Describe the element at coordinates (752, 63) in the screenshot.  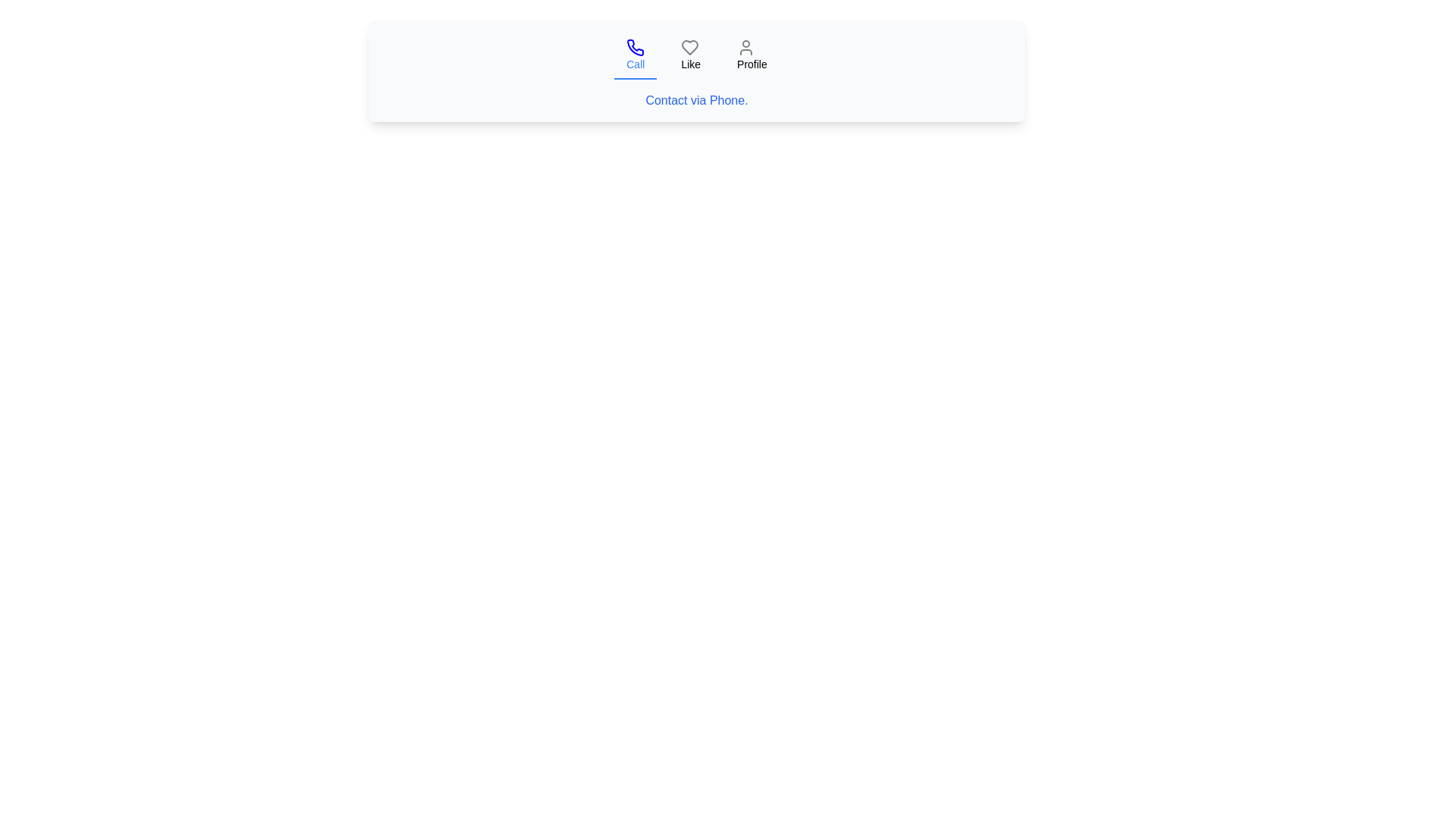
I see `the text label located at the top-right portion of the horizontal menu bar, which follows the 'Call' and 'Like' items and aligns with a user icon` at that location.